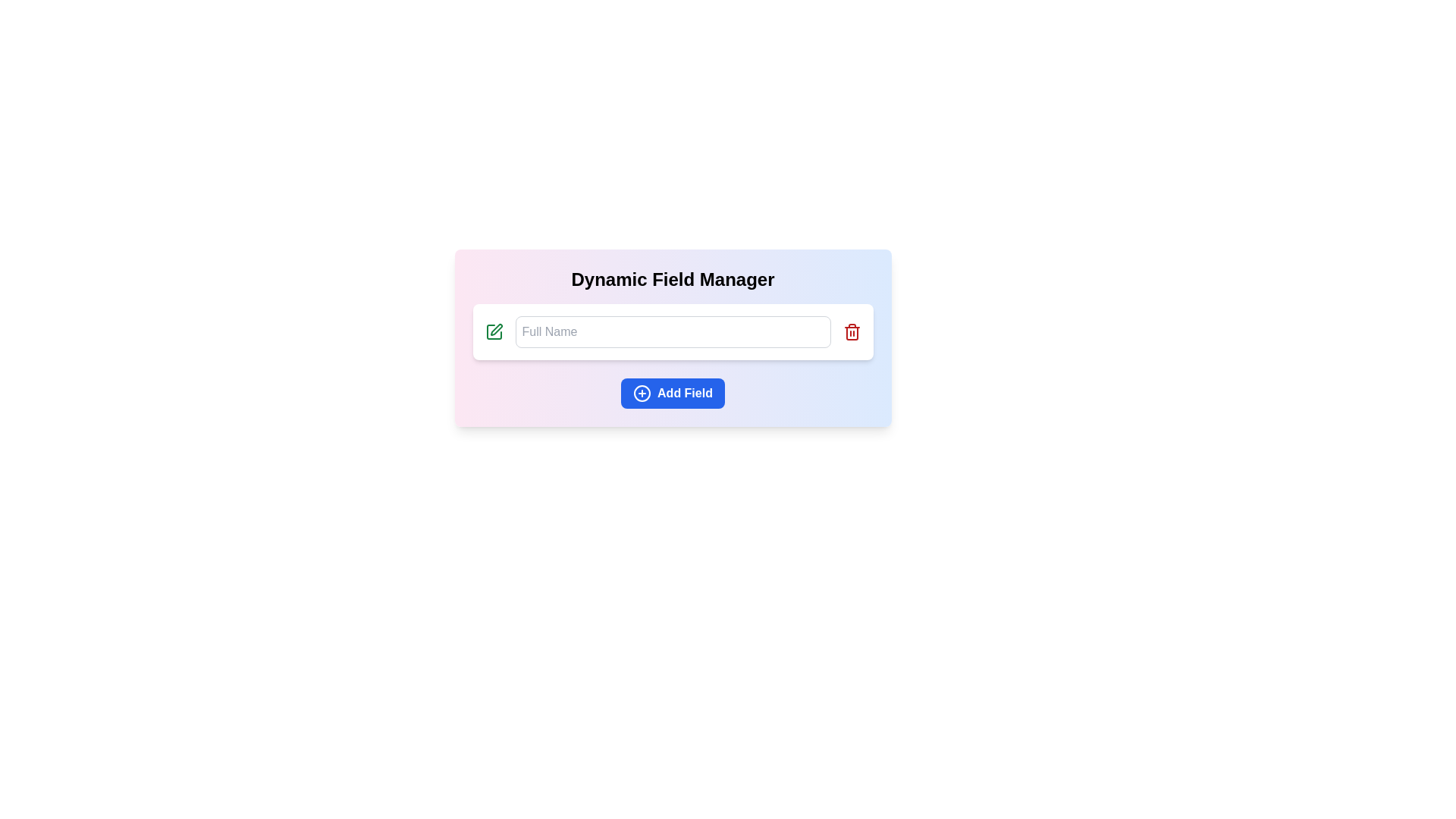  I want to click on the blue button labeled 'Add Field' which contains the icon, so click(642, 393).